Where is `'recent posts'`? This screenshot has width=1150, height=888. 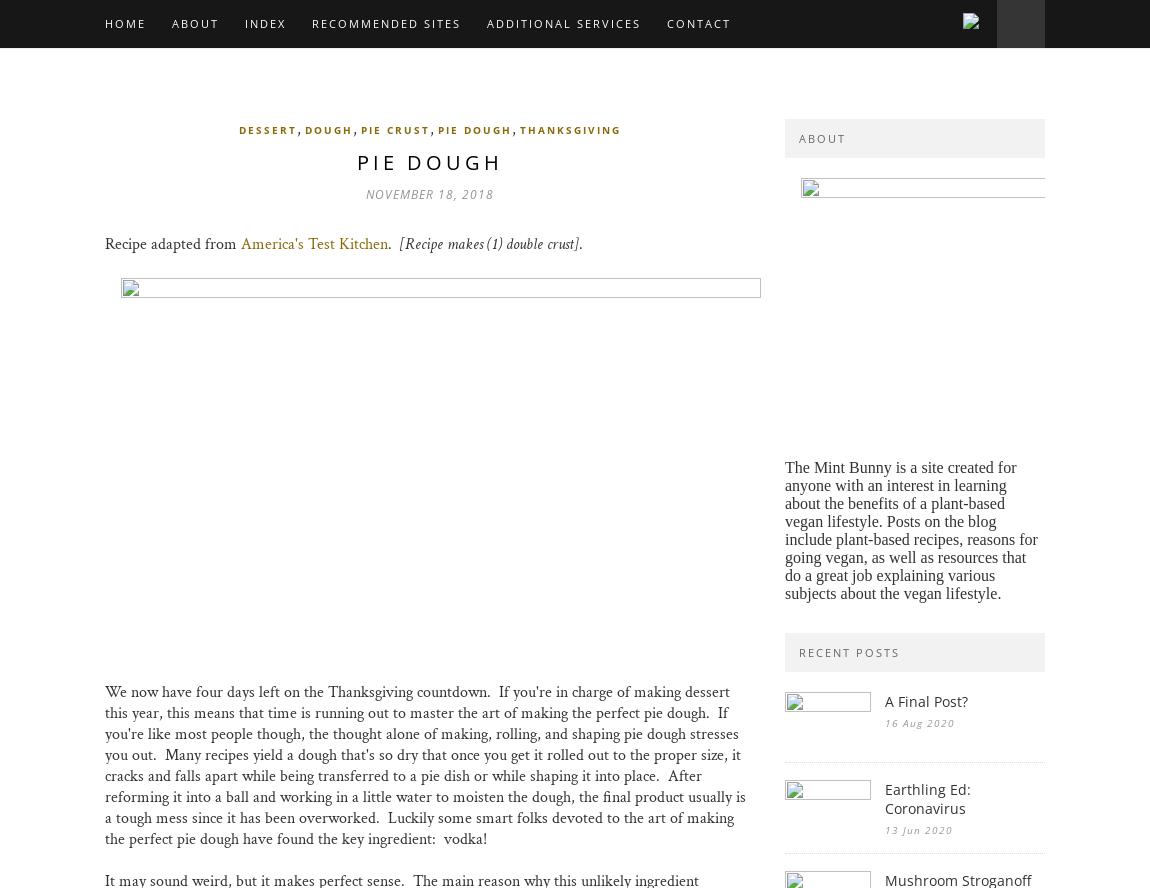
'recent posts' is located at coordinates (848, 651).